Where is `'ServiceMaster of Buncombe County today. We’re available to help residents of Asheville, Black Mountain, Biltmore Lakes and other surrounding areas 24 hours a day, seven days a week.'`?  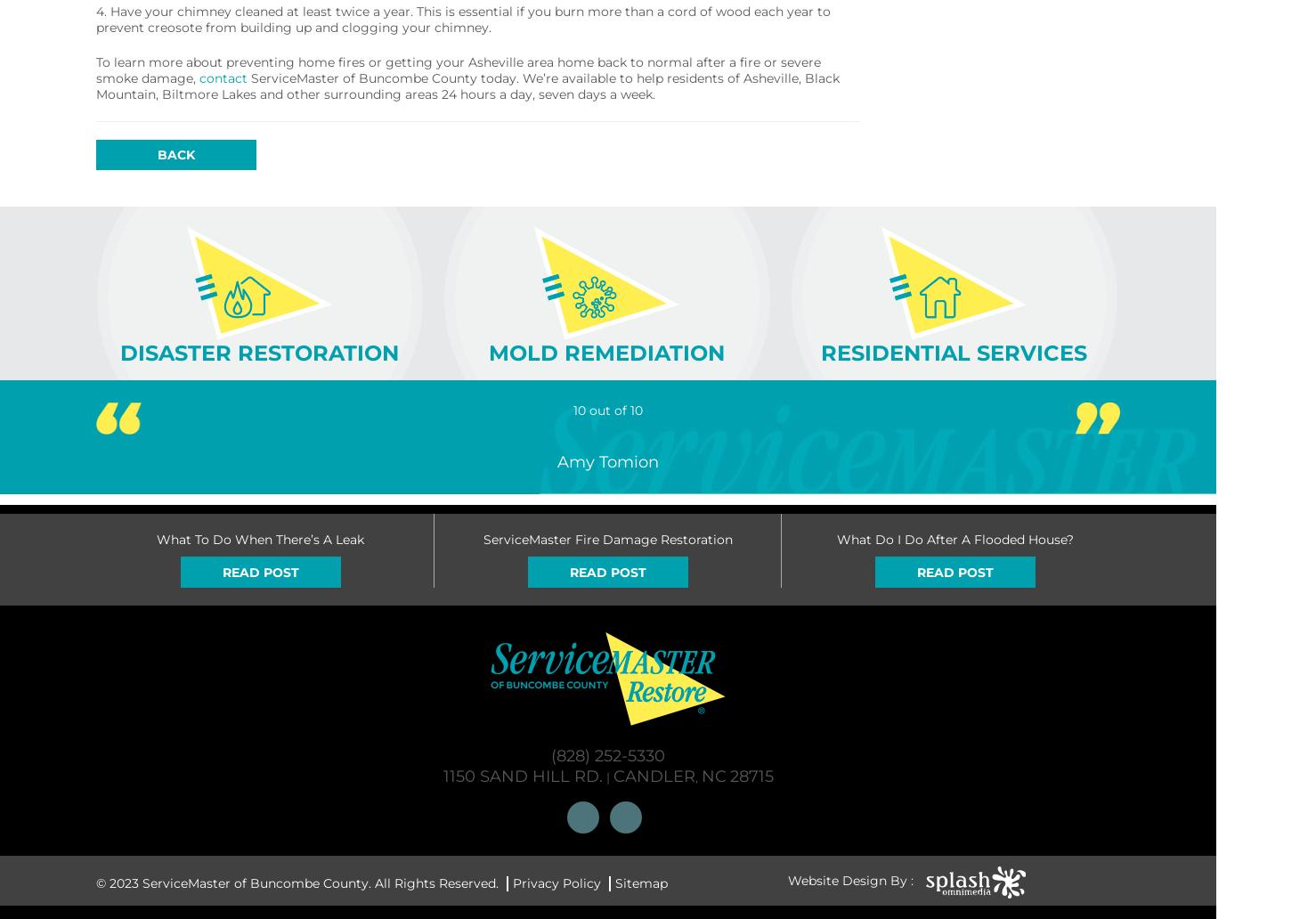 'ServiceMaster of Buncombe County today. We’re available to help residents of Asheville, Black Mountain, Biltmore Lakes and other surrounding areas 24 hours a day, seven days a week.' is located at coordinates (467, 86).